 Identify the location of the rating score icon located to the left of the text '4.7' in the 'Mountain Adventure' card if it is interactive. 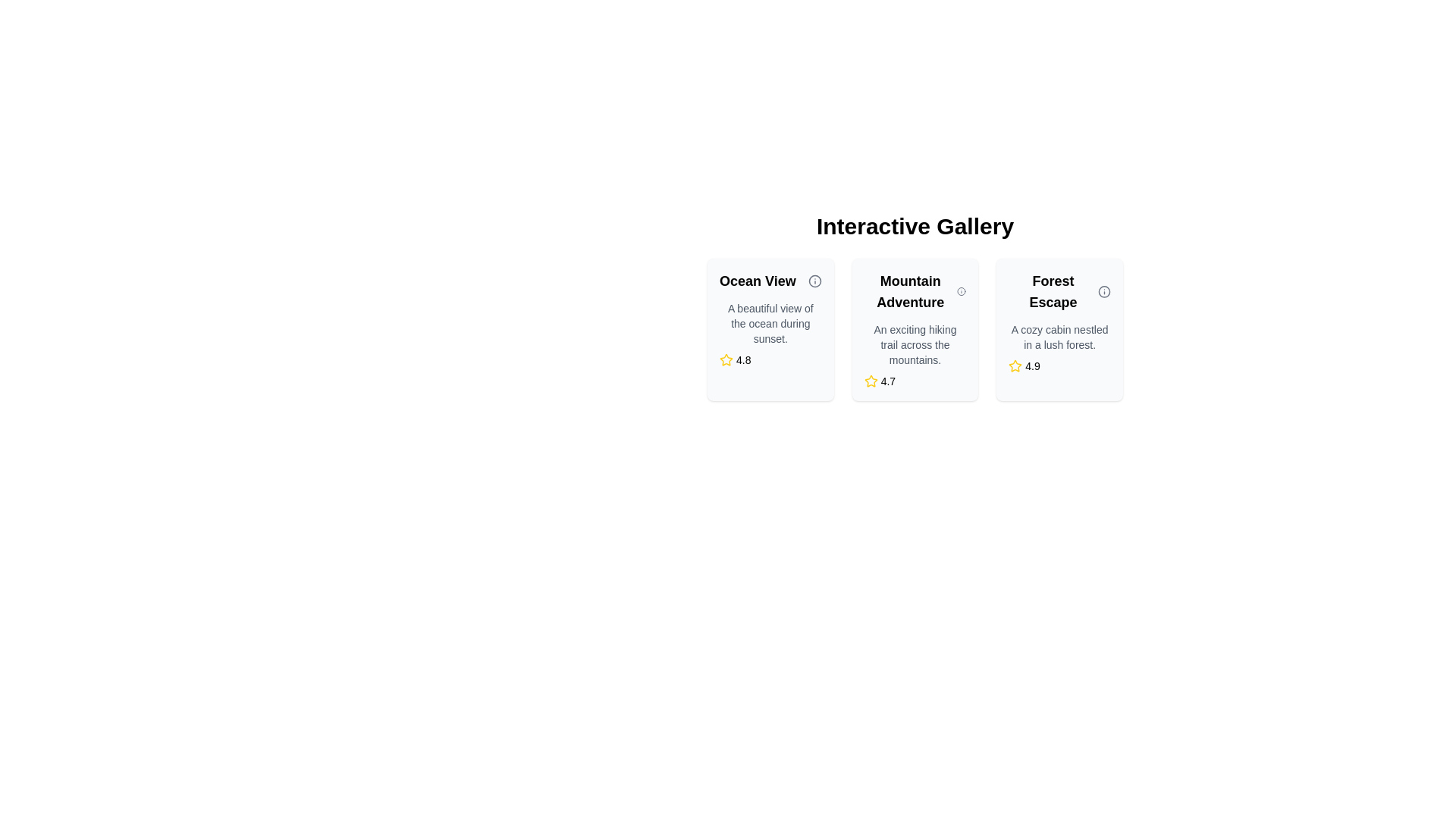
(871, 380).